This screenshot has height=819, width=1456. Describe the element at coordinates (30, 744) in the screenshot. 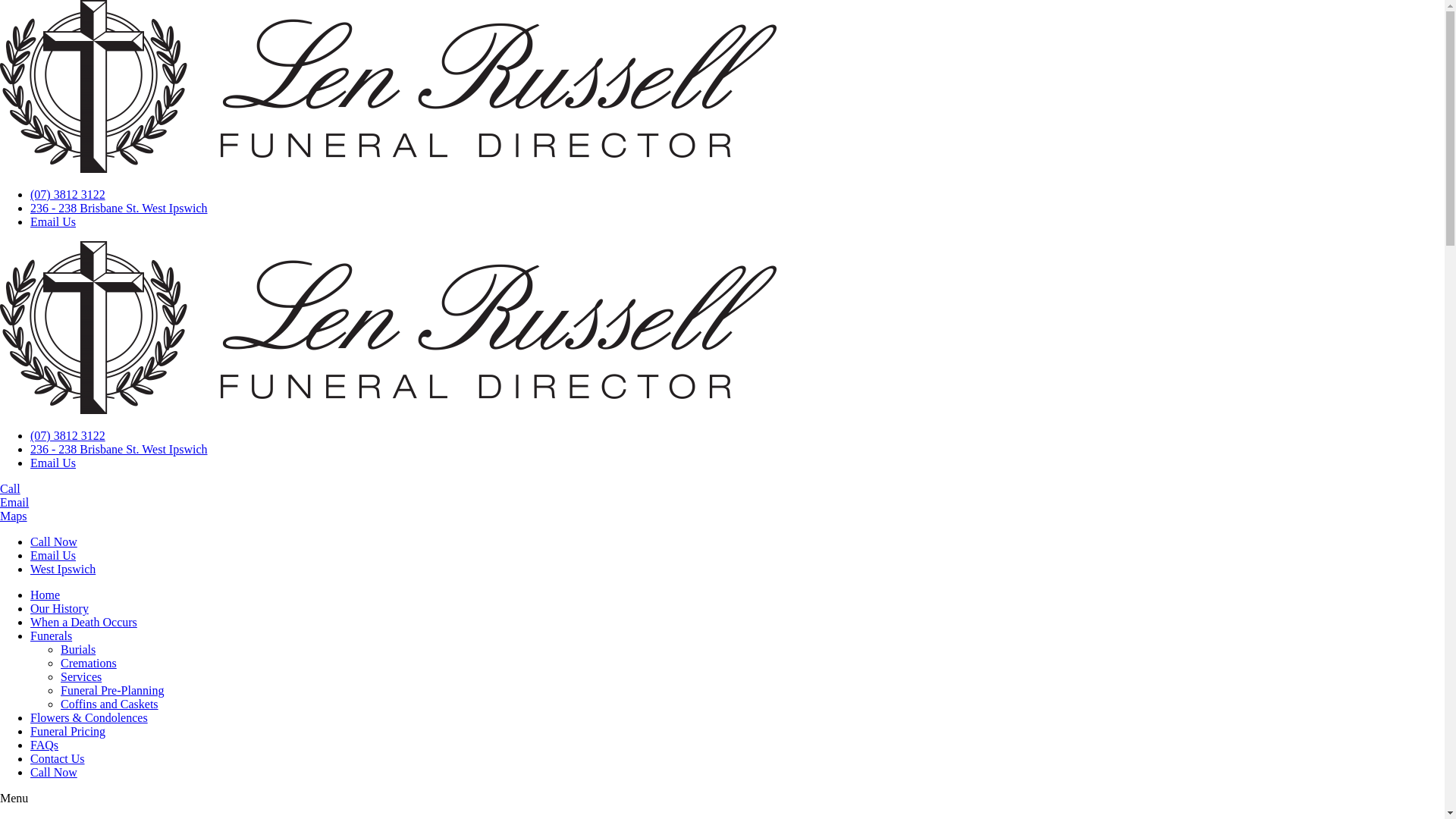

I see `'FAQs'` at that location.